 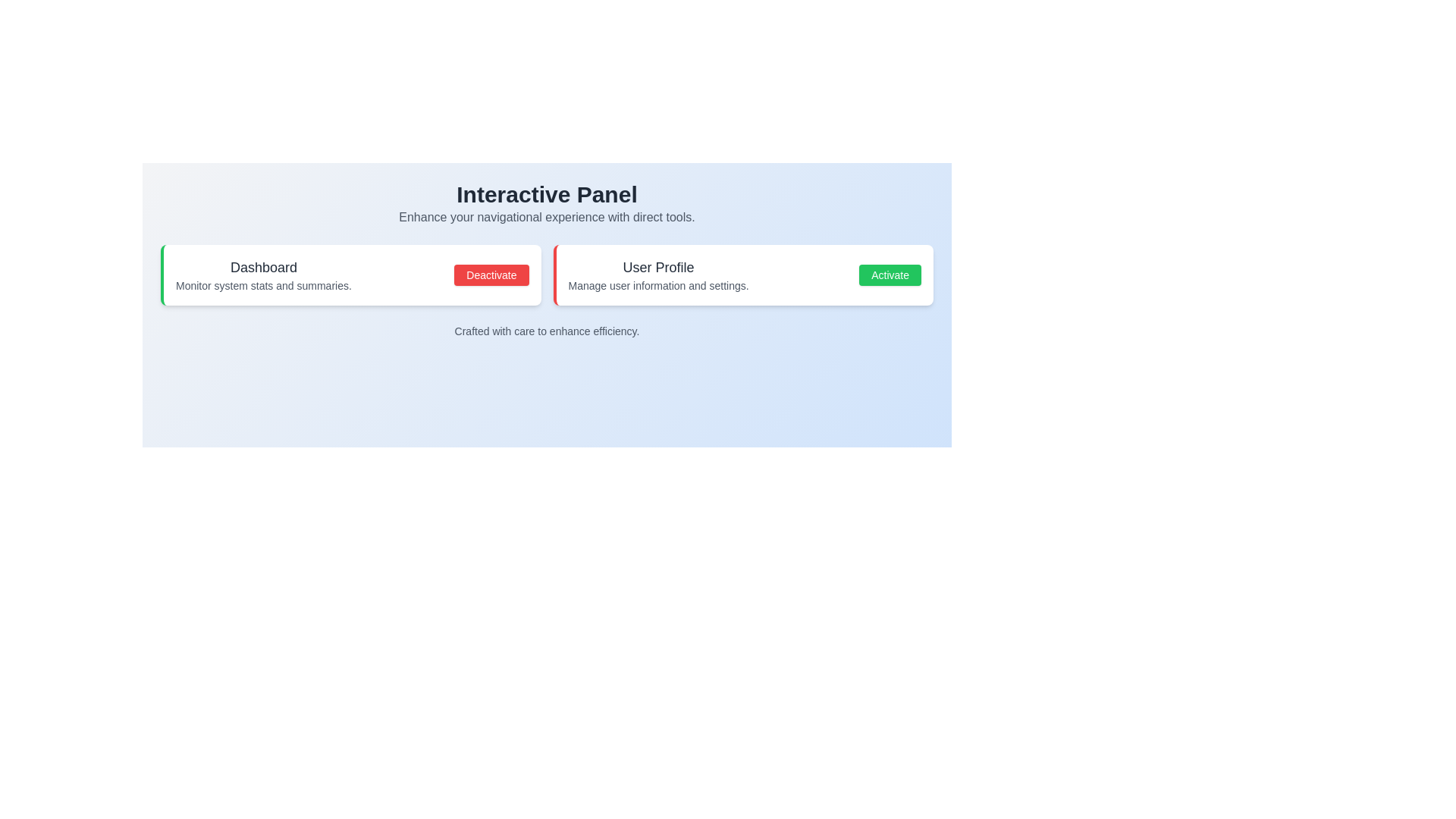 What do you see at coordinates (546, 203) in the screenshot?
I see `text from the composite text component located at the top of the main content area, which serves as a title and descriptive area for the interface` at bounding box center [546, 203].